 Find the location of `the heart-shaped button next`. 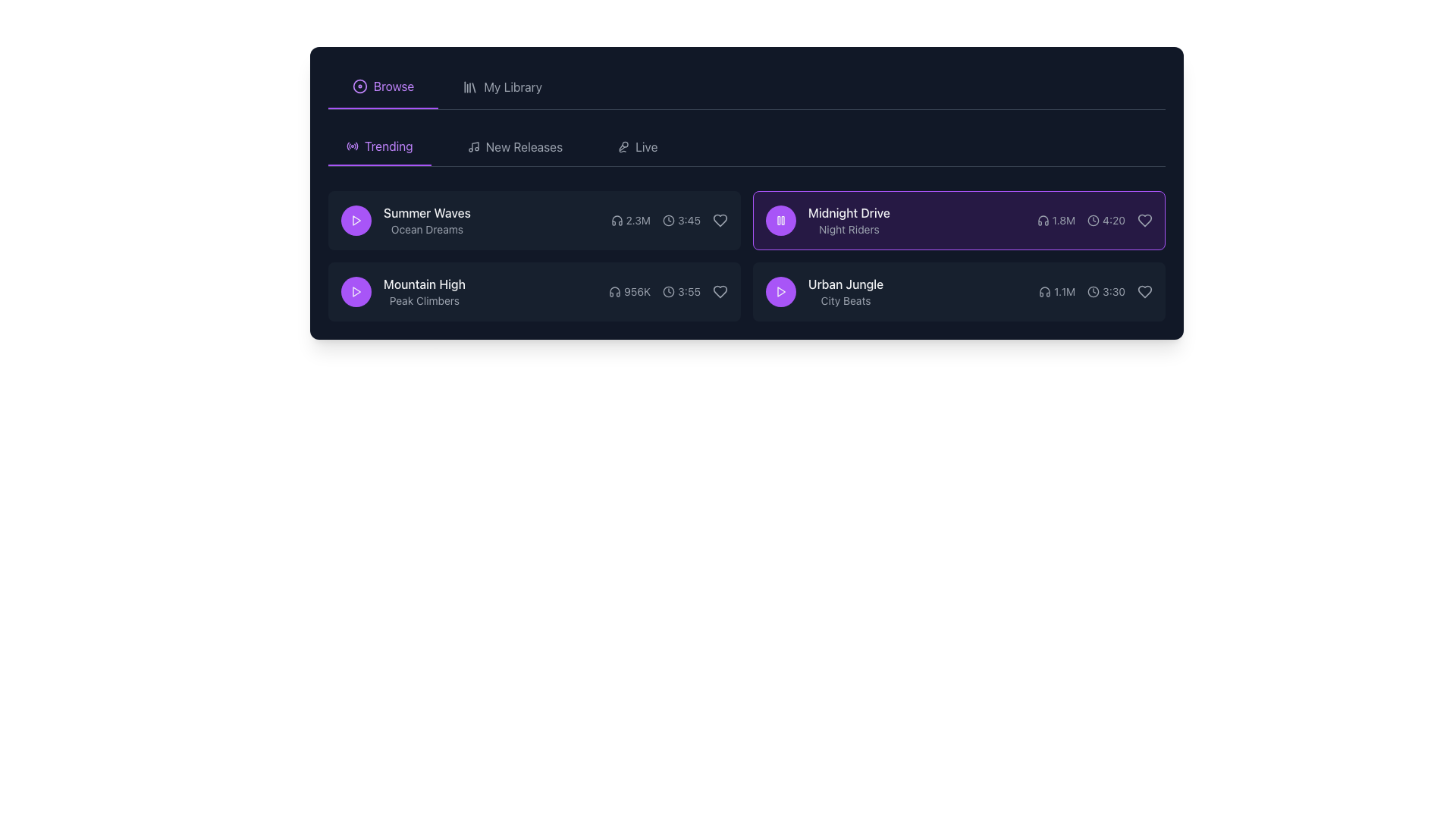

the heart-shaped button next is located at coordinates (720, 220).